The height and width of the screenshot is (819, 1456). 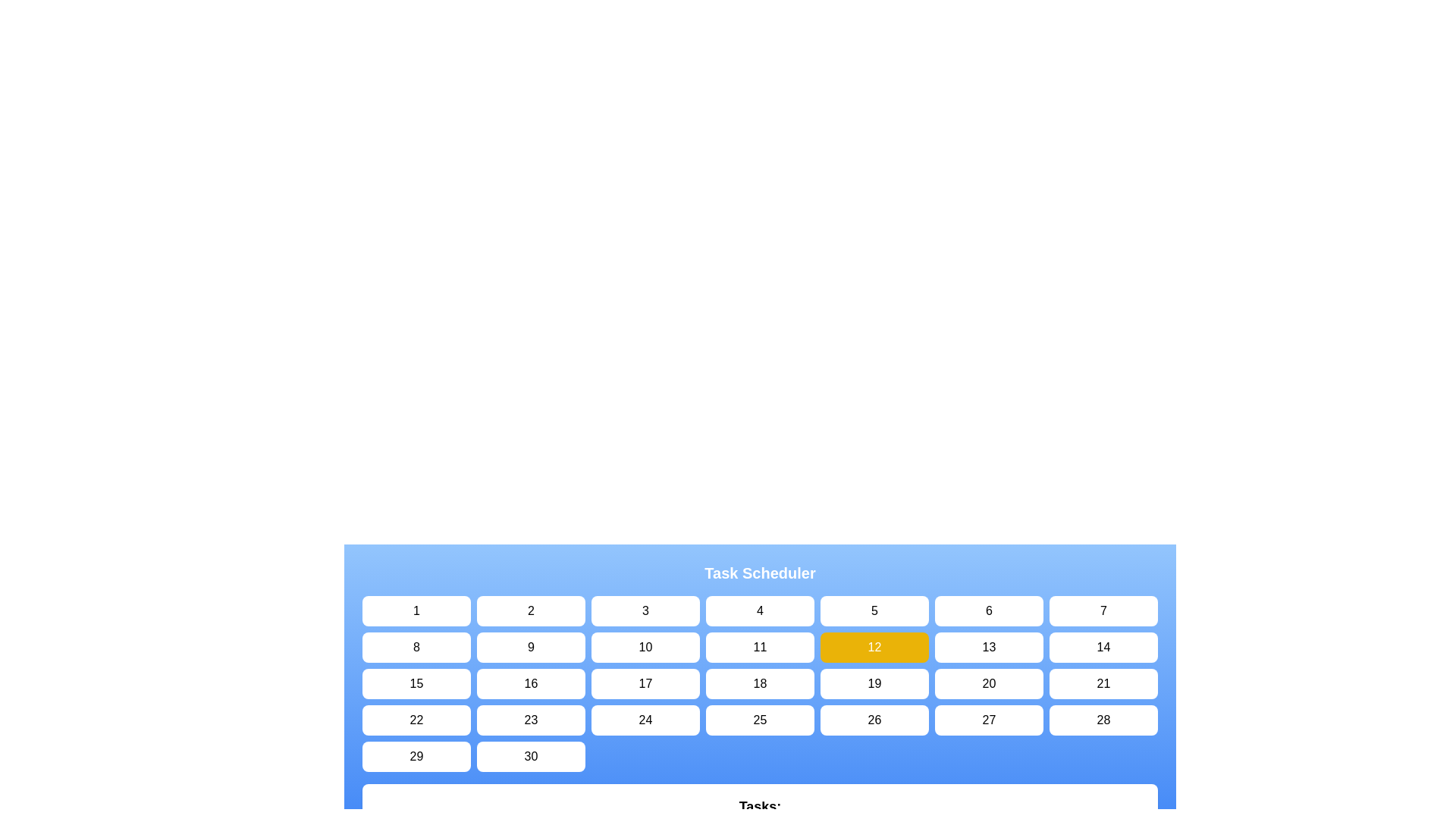 What do you see at coordinates (531, 647) in the screenshot?
I see `the button displaying the number '9' which is located in the second row and second column of the grid, just below the button labeled '2'` at bounding box center [531, 647].